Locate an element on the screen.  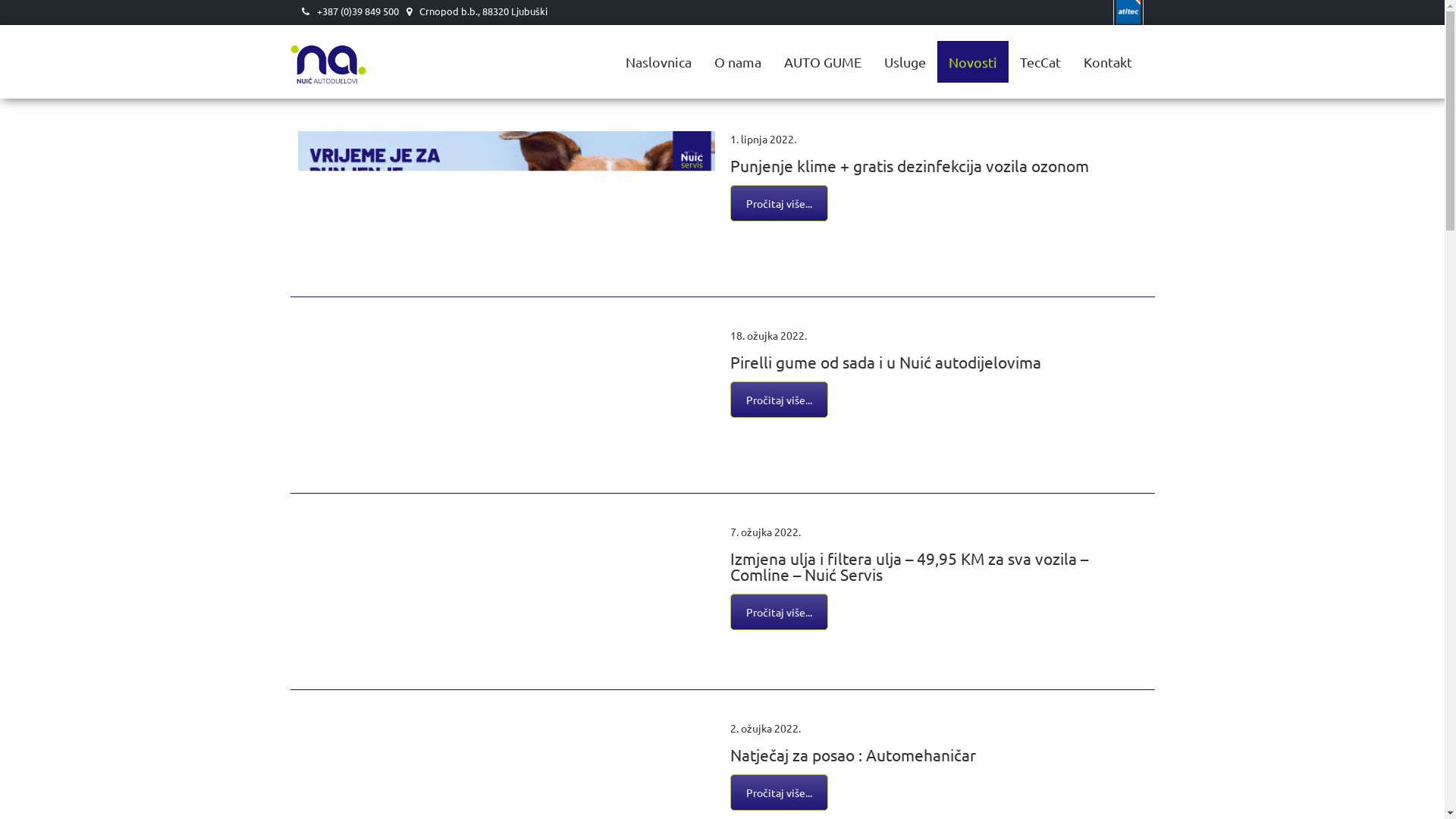
'Kontakt' is located at coordinates (1107, 61).